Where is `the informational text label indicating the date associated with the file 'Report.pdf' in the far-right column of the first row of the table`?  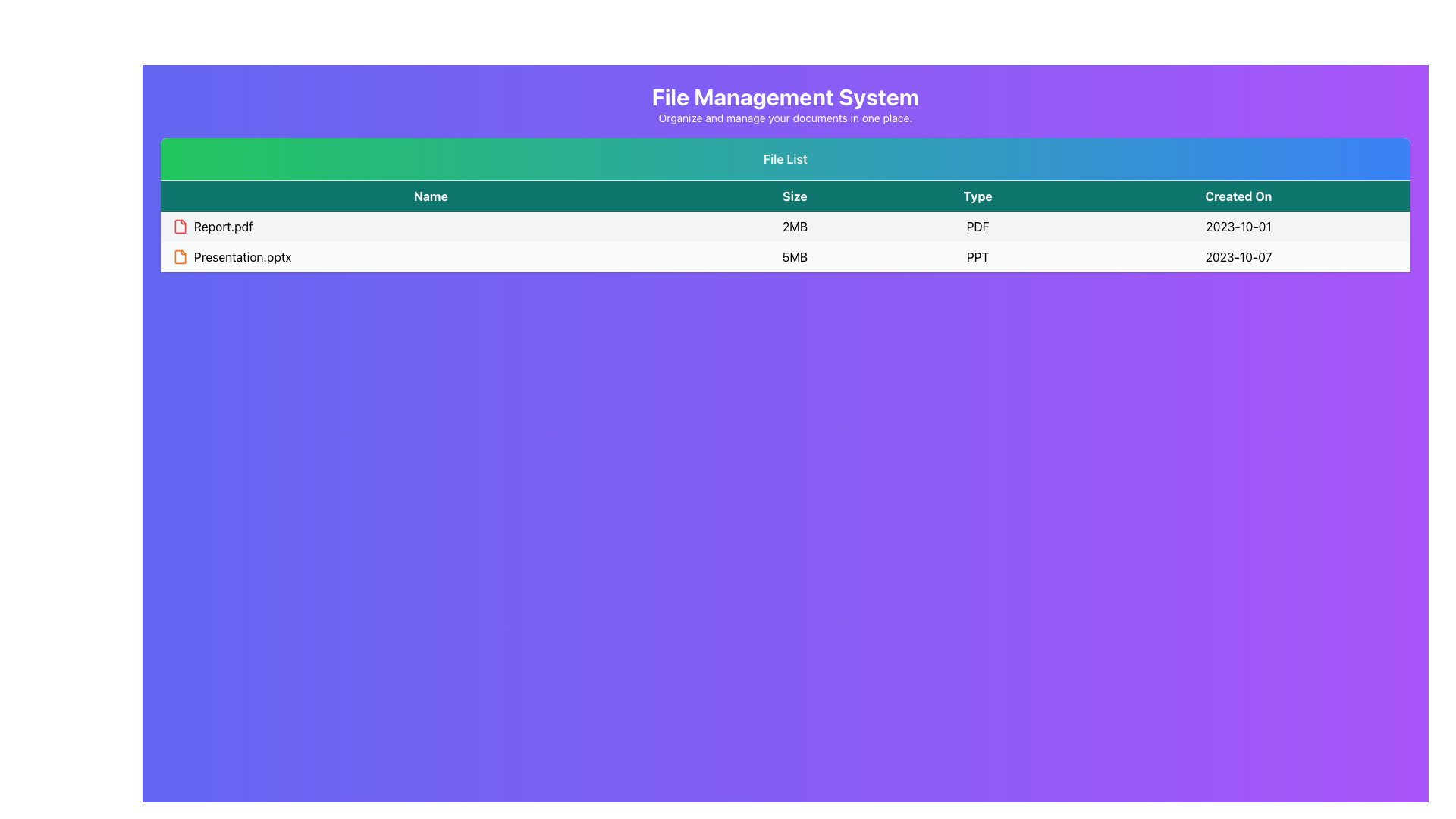
the informational text label indicating the date associated with the file 'Report.pdf' in the far-right column of the first row of the table is located at coordinates (1238, 227).